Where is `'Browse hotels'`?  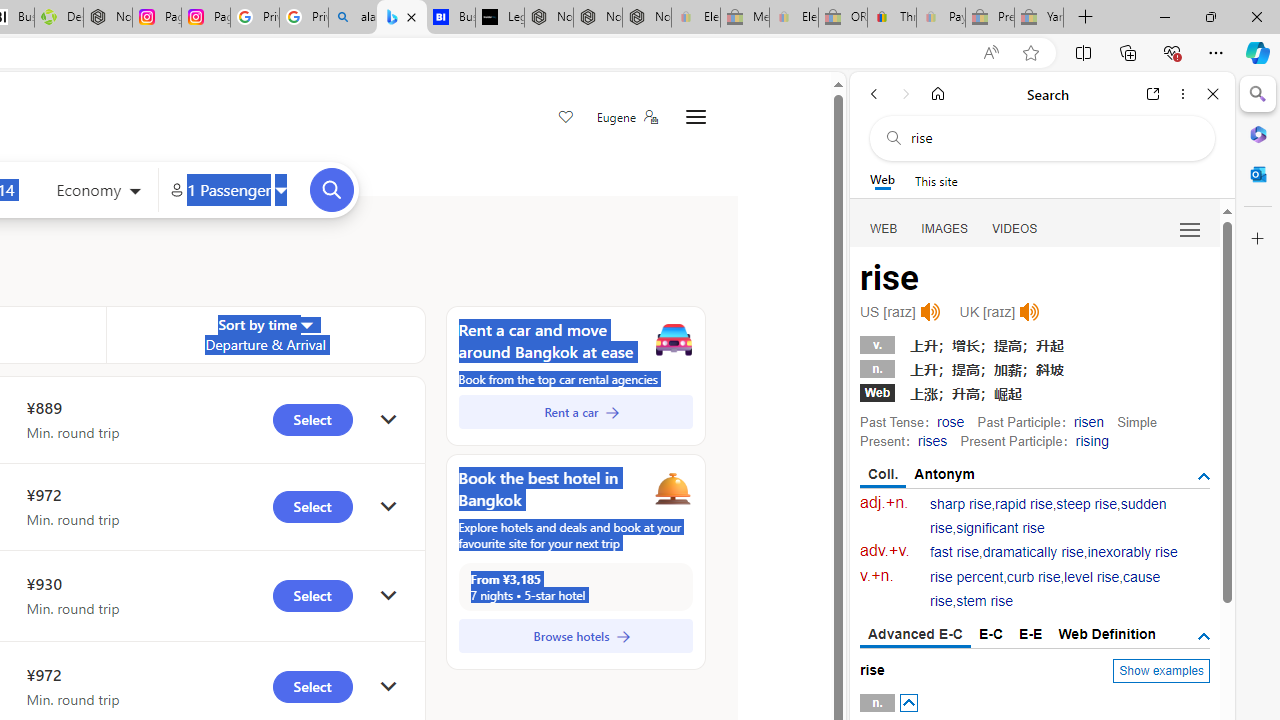
'Browse hotels' is located at coordinates (574, 636).